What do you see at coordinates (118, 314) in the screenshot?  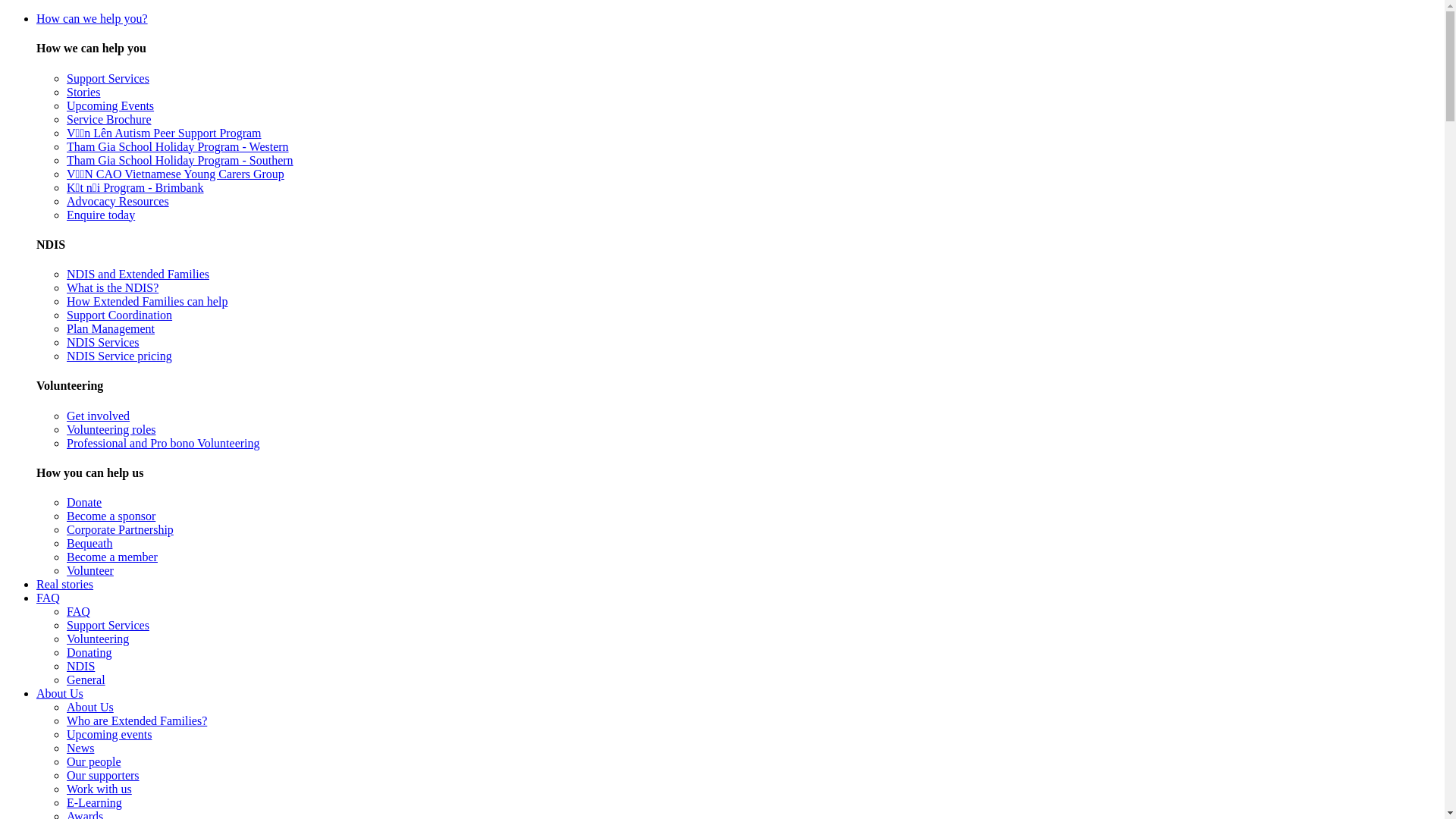 I see `'Support Coordination'` at bounding box center [118, 314].